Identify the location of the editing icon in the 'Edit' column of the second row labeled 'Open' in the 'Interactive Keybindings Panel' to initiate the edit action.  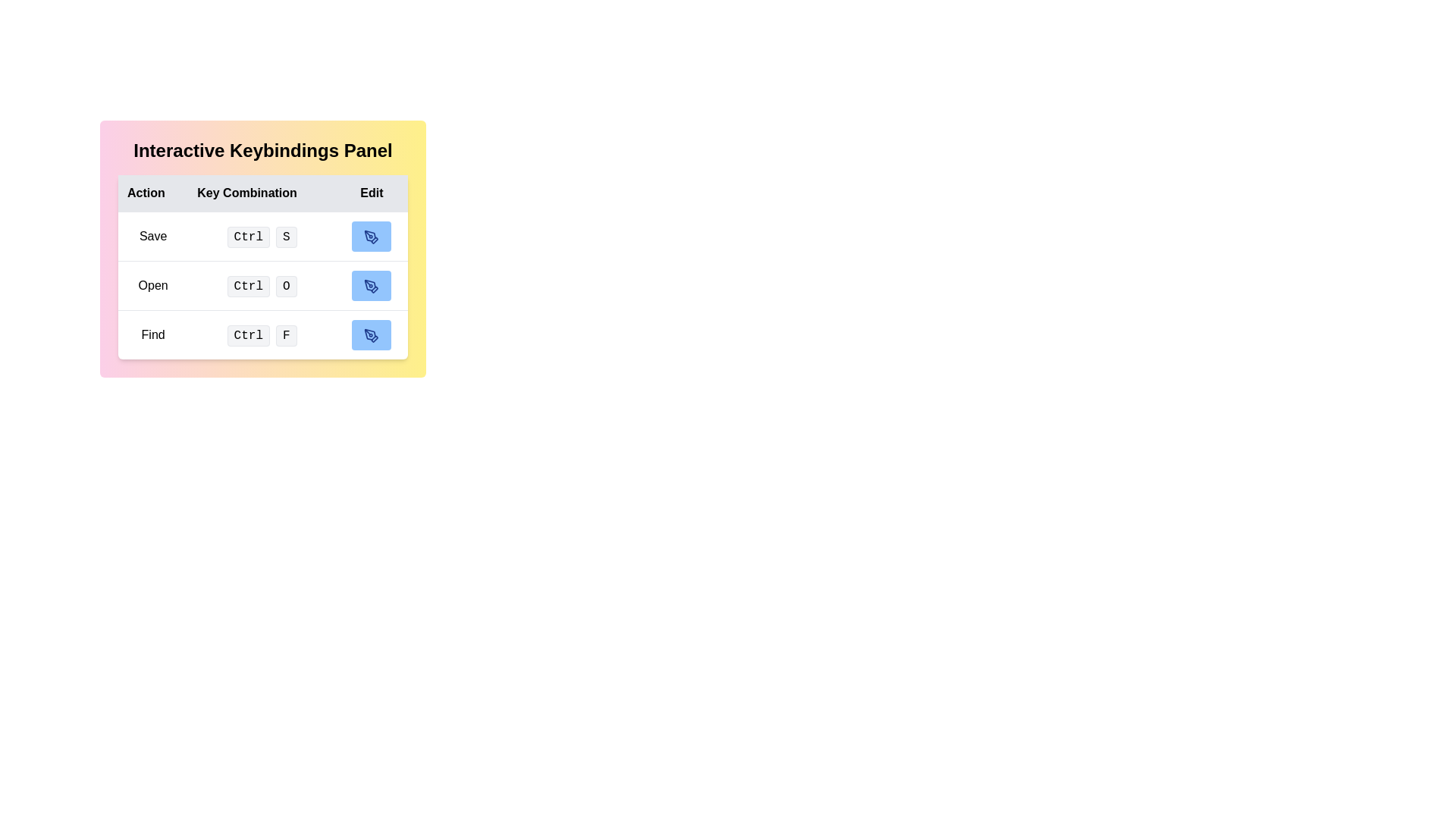
(372, 286).